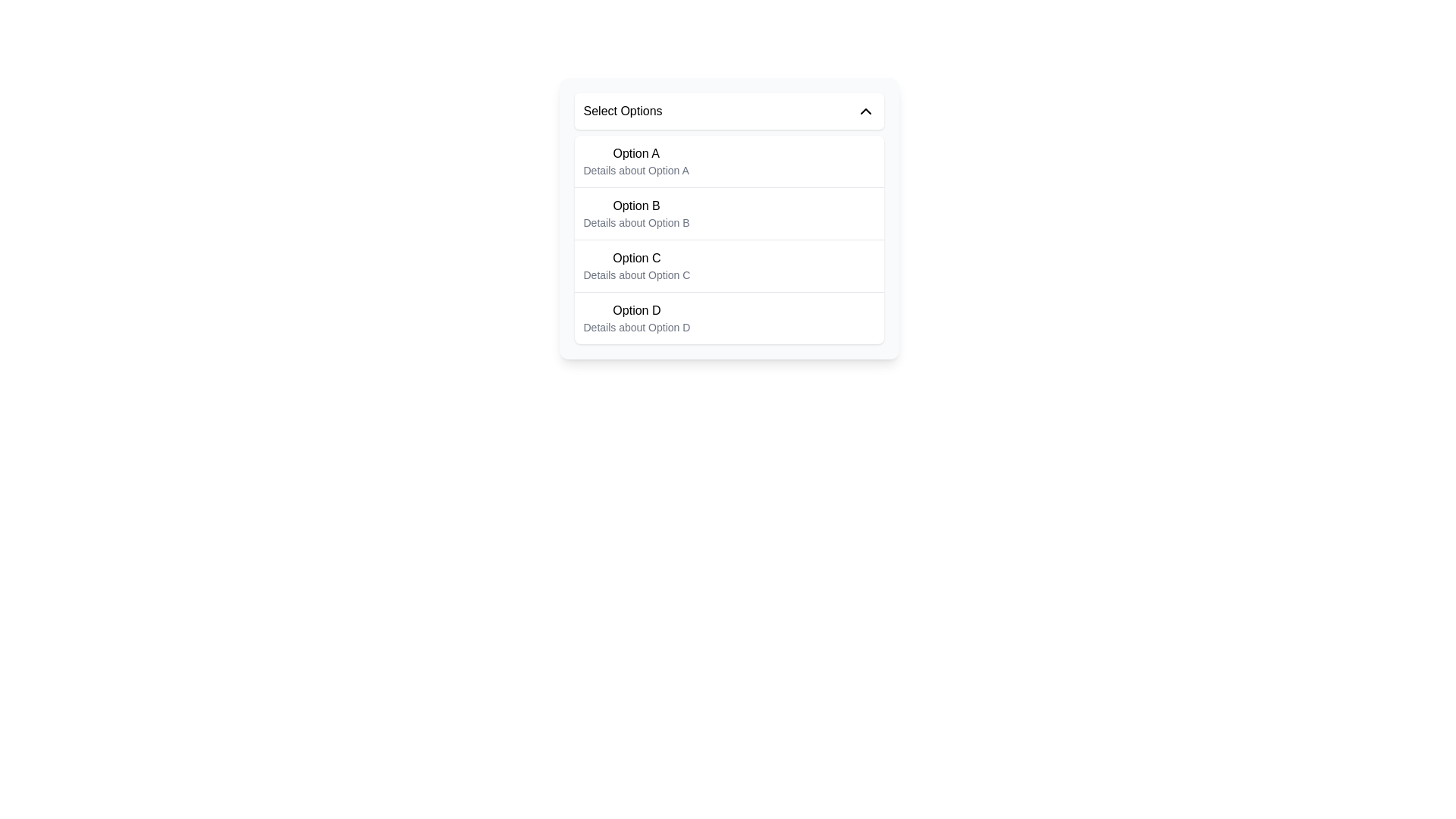 Image resolution: width=1456 pixels, height=819 pixels. I want to click on the second item in the dropdown menu that represents 'Option B', so click(729, 213).